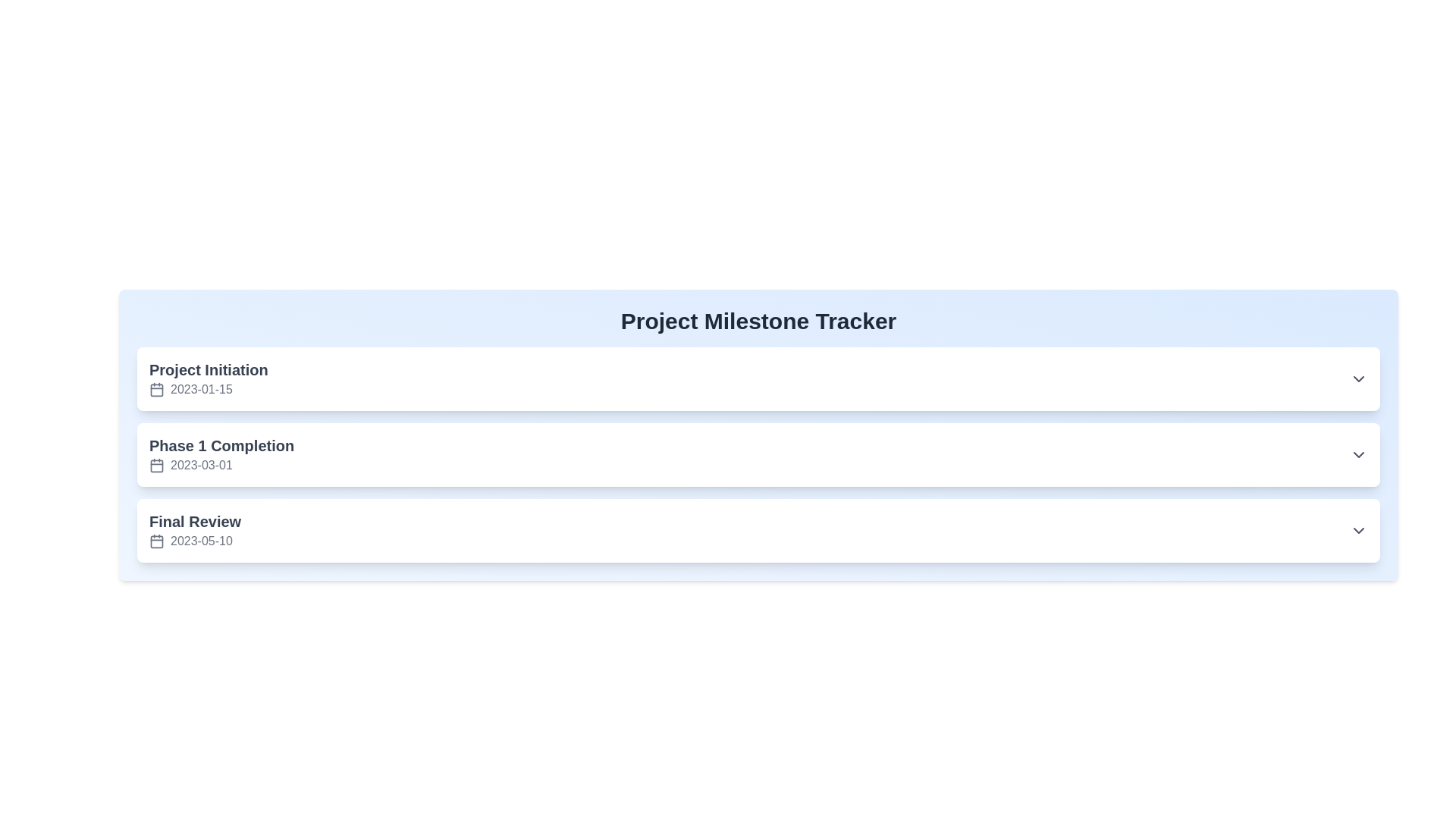 The width and height of the screenshot is (1456, 819). What do you see at coordinates (208, 370) in the screenshot?
I see `the text label reading 'Project Initiation' which is bold and dark gray, located under the main heading 'Project Milestone Tracker'` at bounding box center [208, 370].